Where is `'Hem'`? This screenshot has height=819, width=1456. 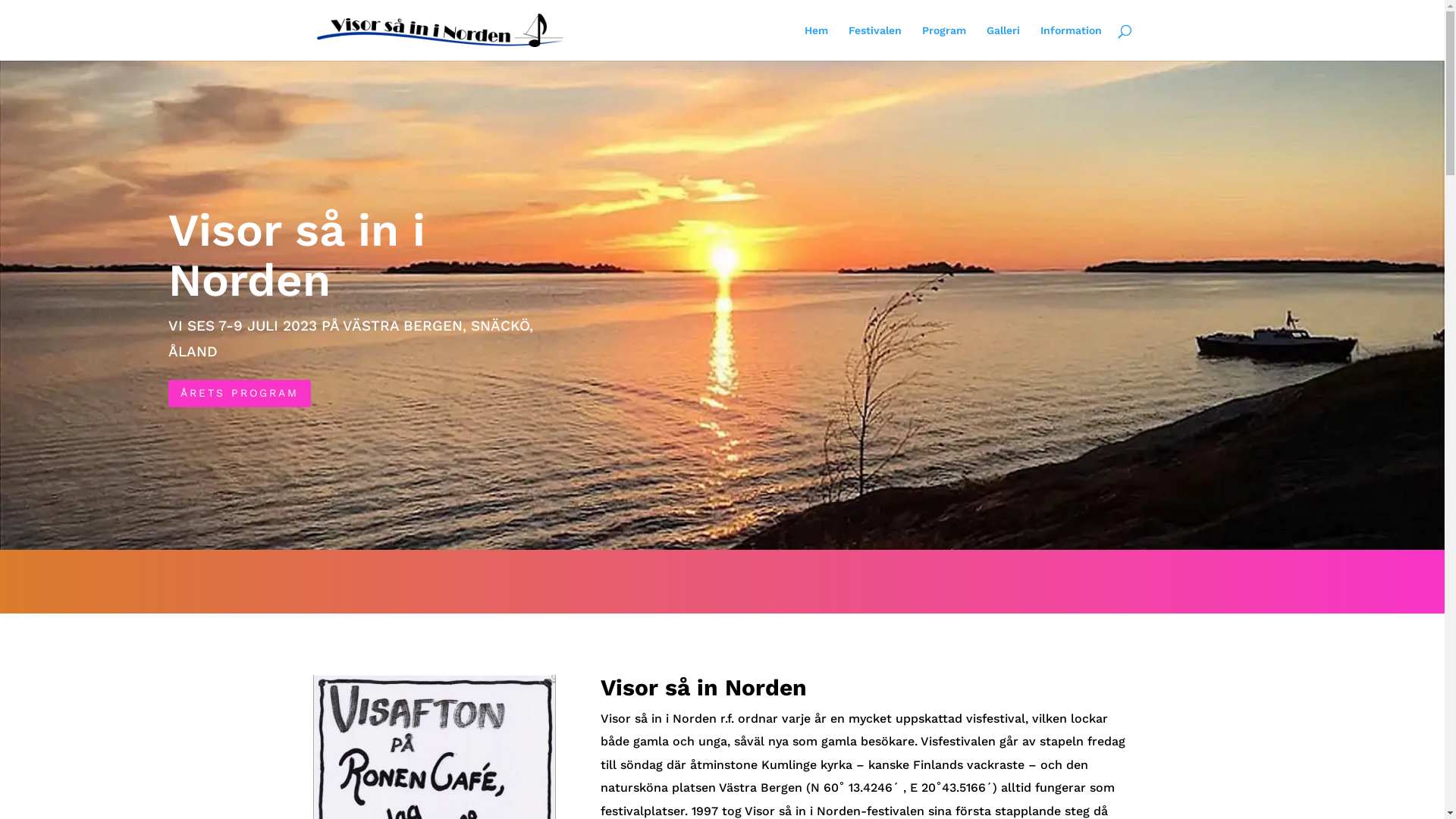 'Hem' is located at coordinates (814, 42).